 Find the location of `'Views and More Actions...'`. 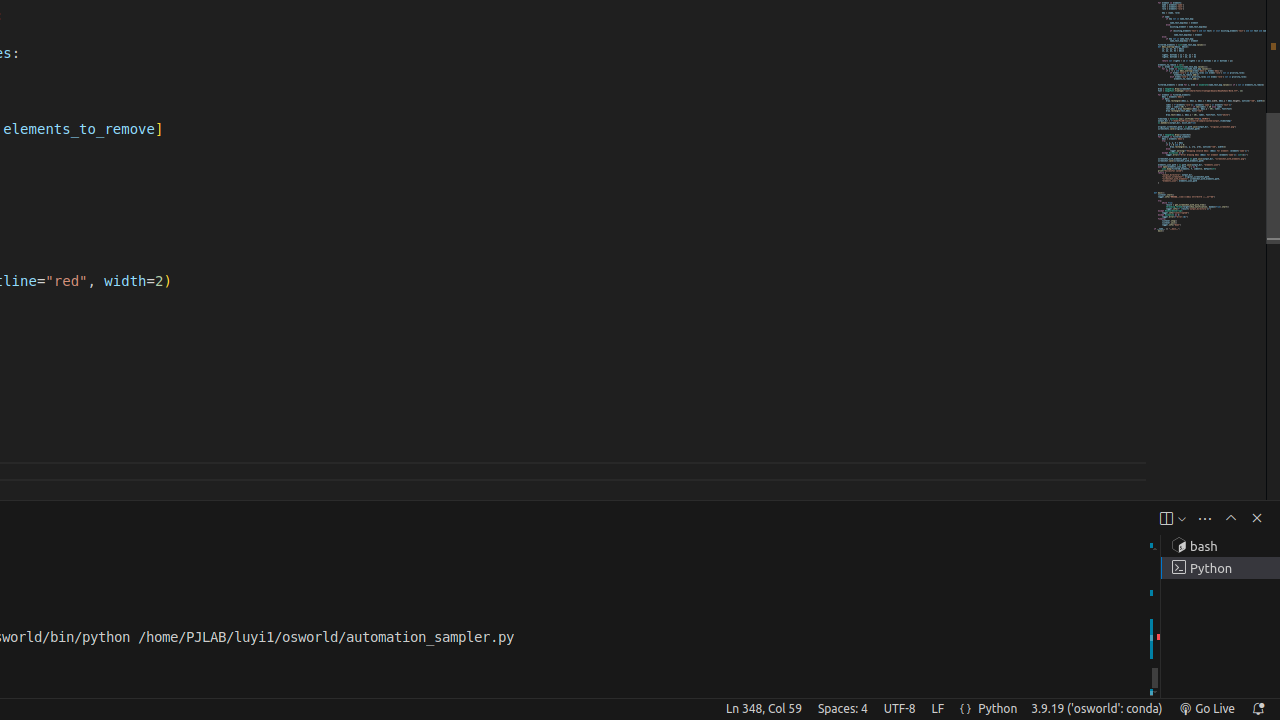

'Views and More Actions...' is located at coordinates (1203, 517).